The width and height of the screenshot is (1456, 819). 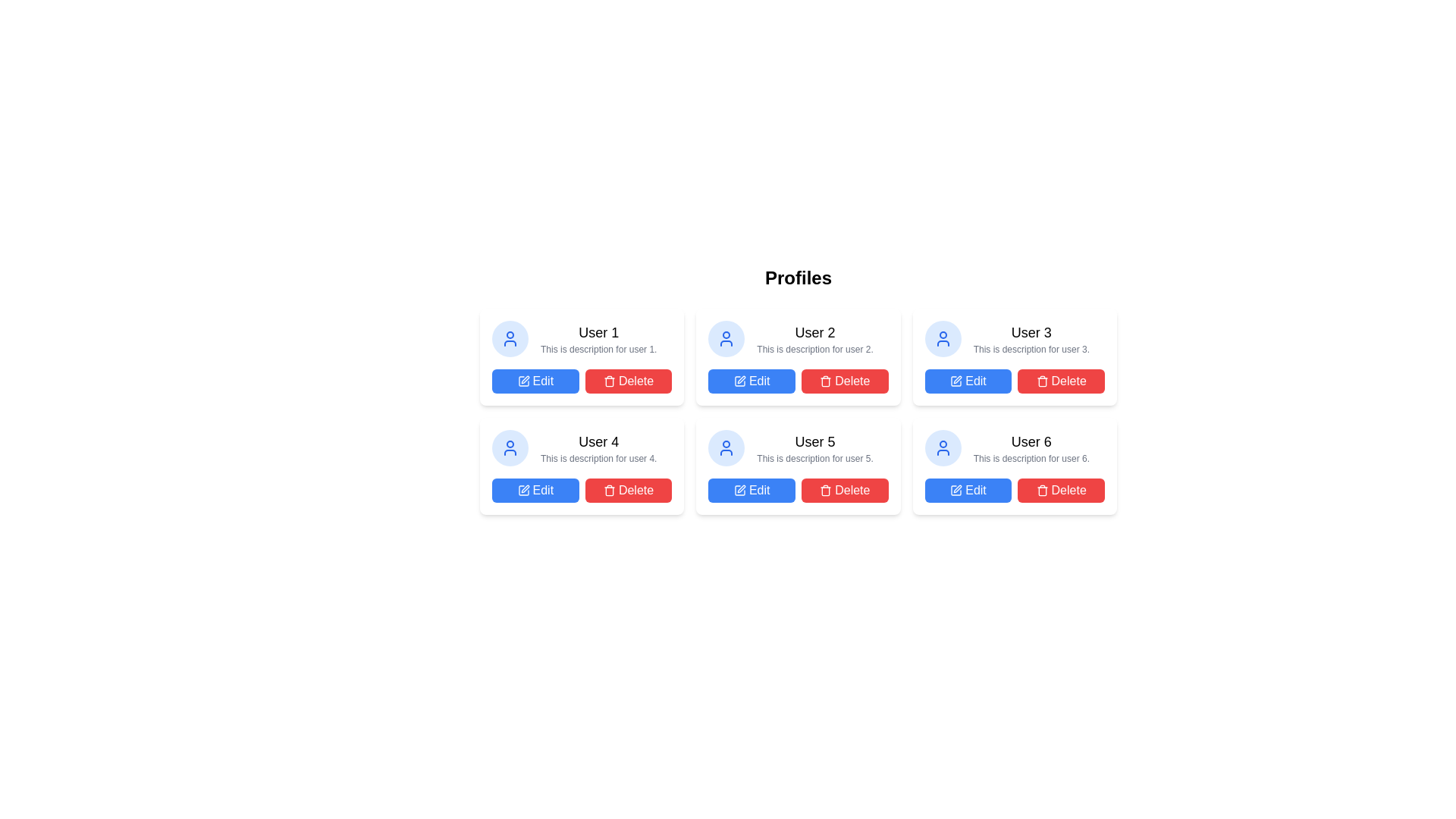 I want to click on the blue 'Edit' button with white text and a pencil icon, so click(x=752, y=380).